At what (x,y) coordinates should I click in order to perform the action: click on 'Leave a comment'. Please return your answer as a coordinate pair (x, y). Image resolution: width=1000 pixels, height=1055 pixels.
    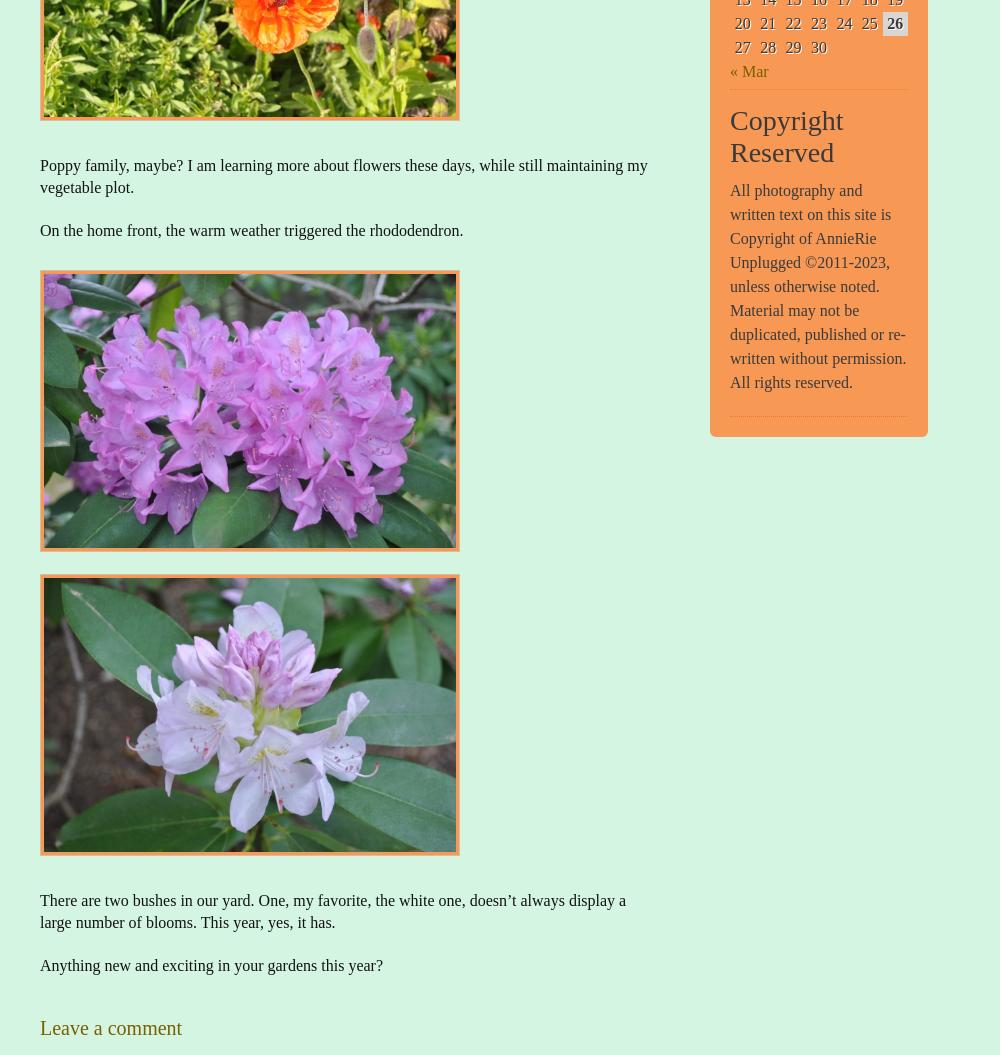
    Looking at the image, I should click on (110, 1026).